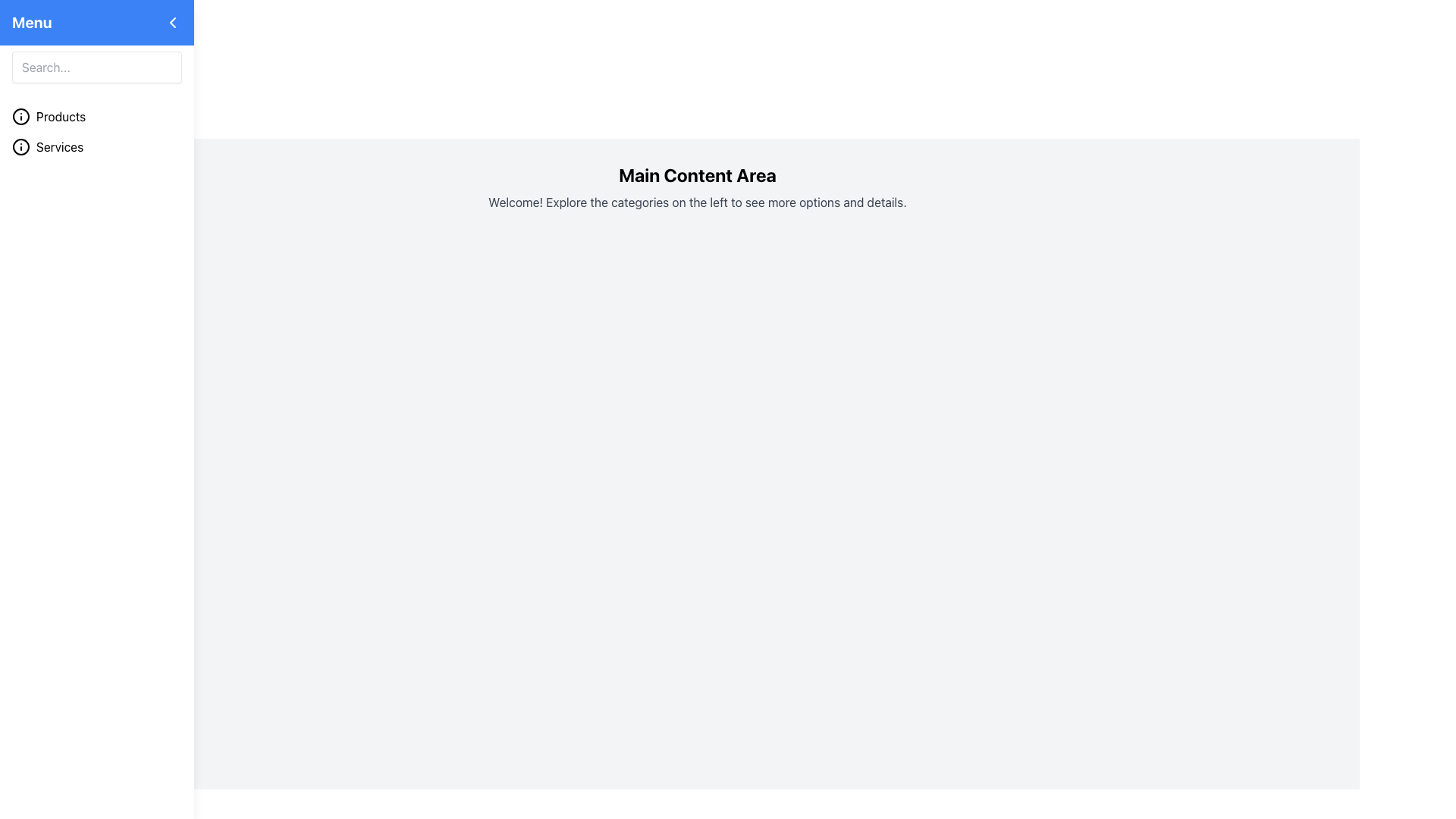  What do you see at coordinates (21, 116) in the screenshot?
I see `the information icon located in the left-side menu panel, directly to the left of the 'Products' text in its list entry` at bounding box center [21, 116].